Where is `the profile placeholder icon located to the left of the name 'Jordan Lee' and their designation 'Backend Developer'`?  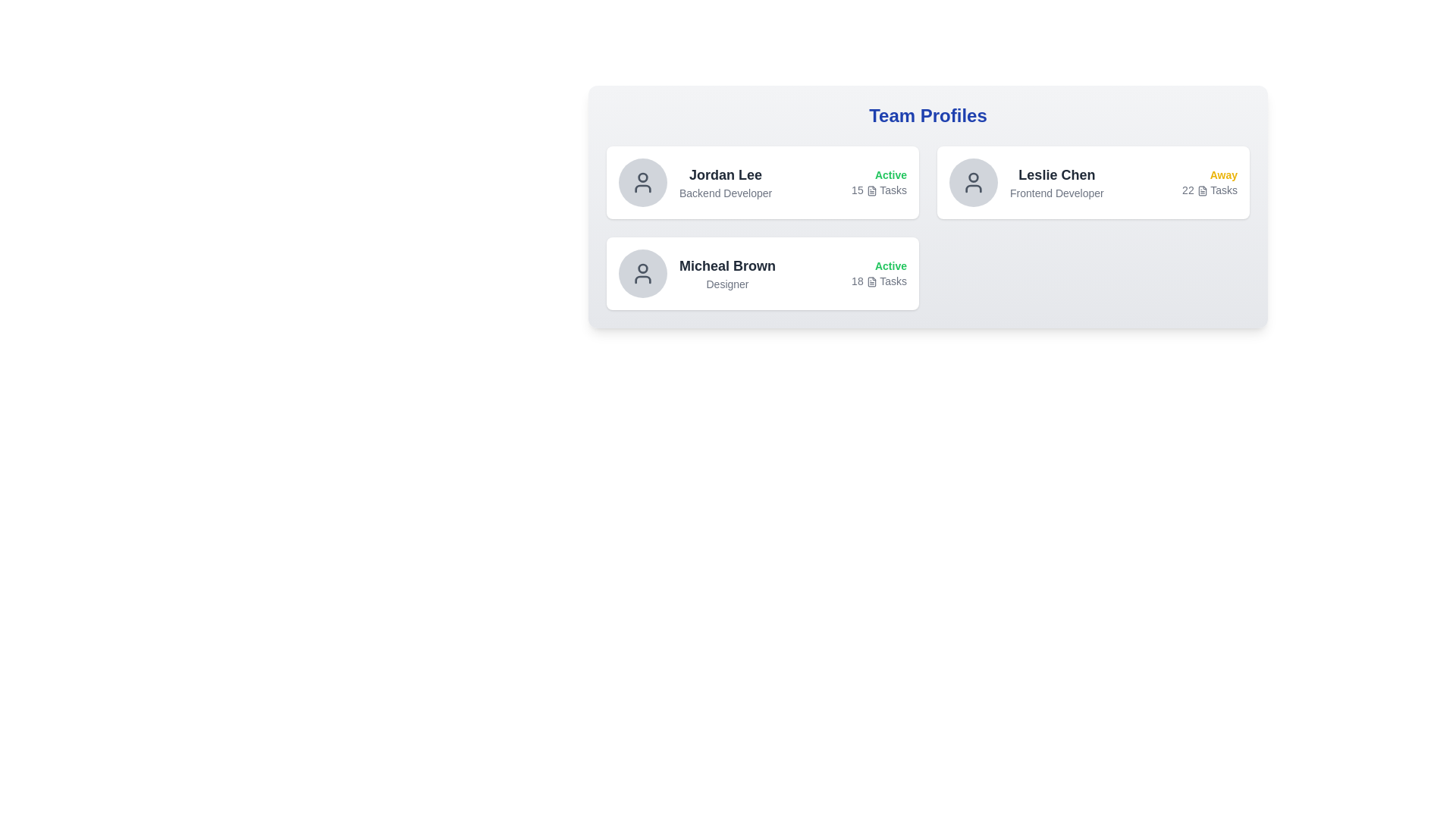
the profile placeholder icon located to the left of the name 'Jordan Lee' and their designation 'Backend Developer' is located at coordinates (643, 181).